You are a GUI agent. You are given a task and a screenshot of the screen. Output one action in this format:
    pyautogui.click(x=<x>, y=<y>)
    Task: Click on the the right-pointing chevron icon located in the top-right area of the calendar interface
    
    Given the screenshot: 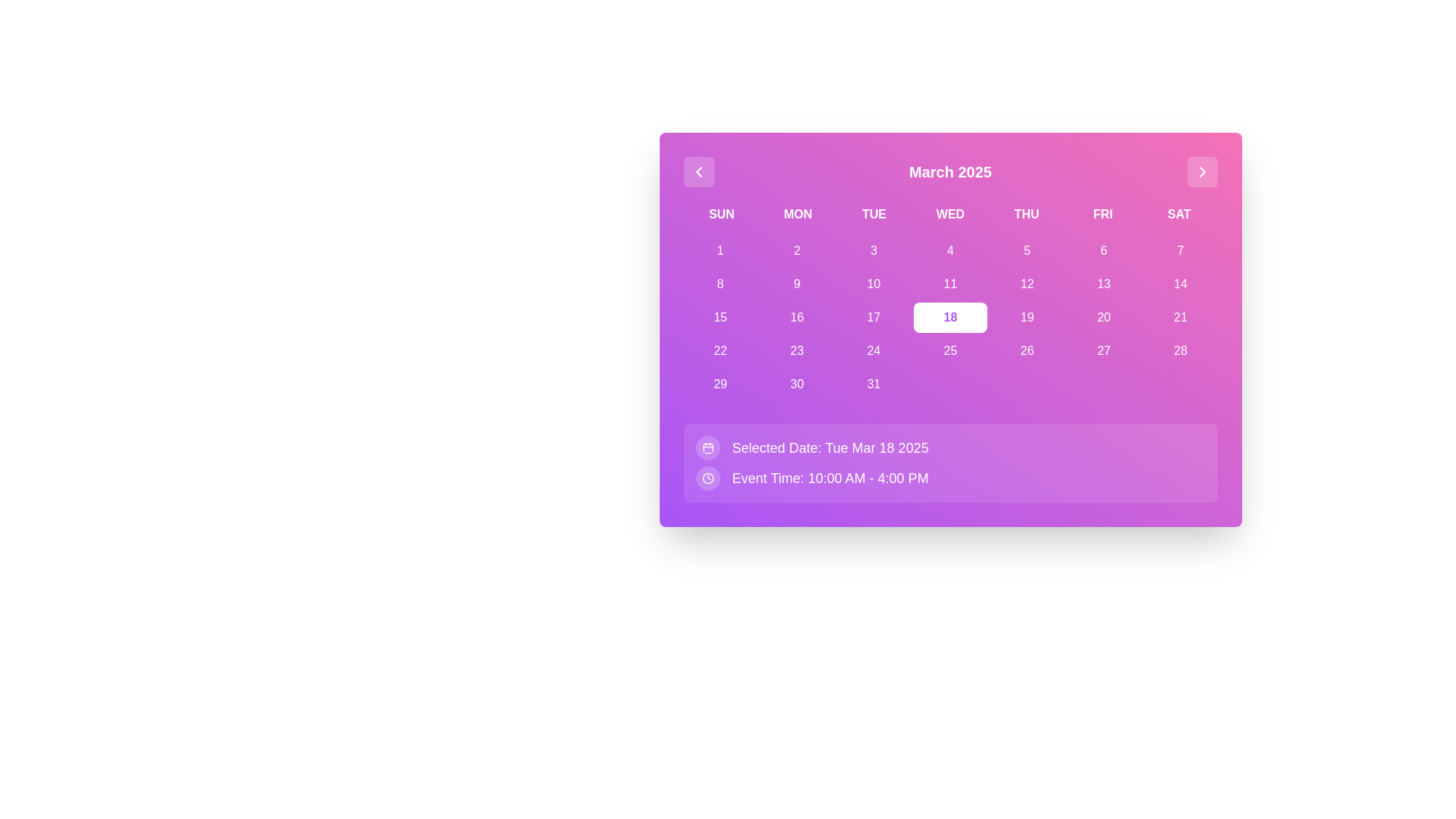 What is the action you would take?
    pyautogui.click(x=1201, y=171)
    